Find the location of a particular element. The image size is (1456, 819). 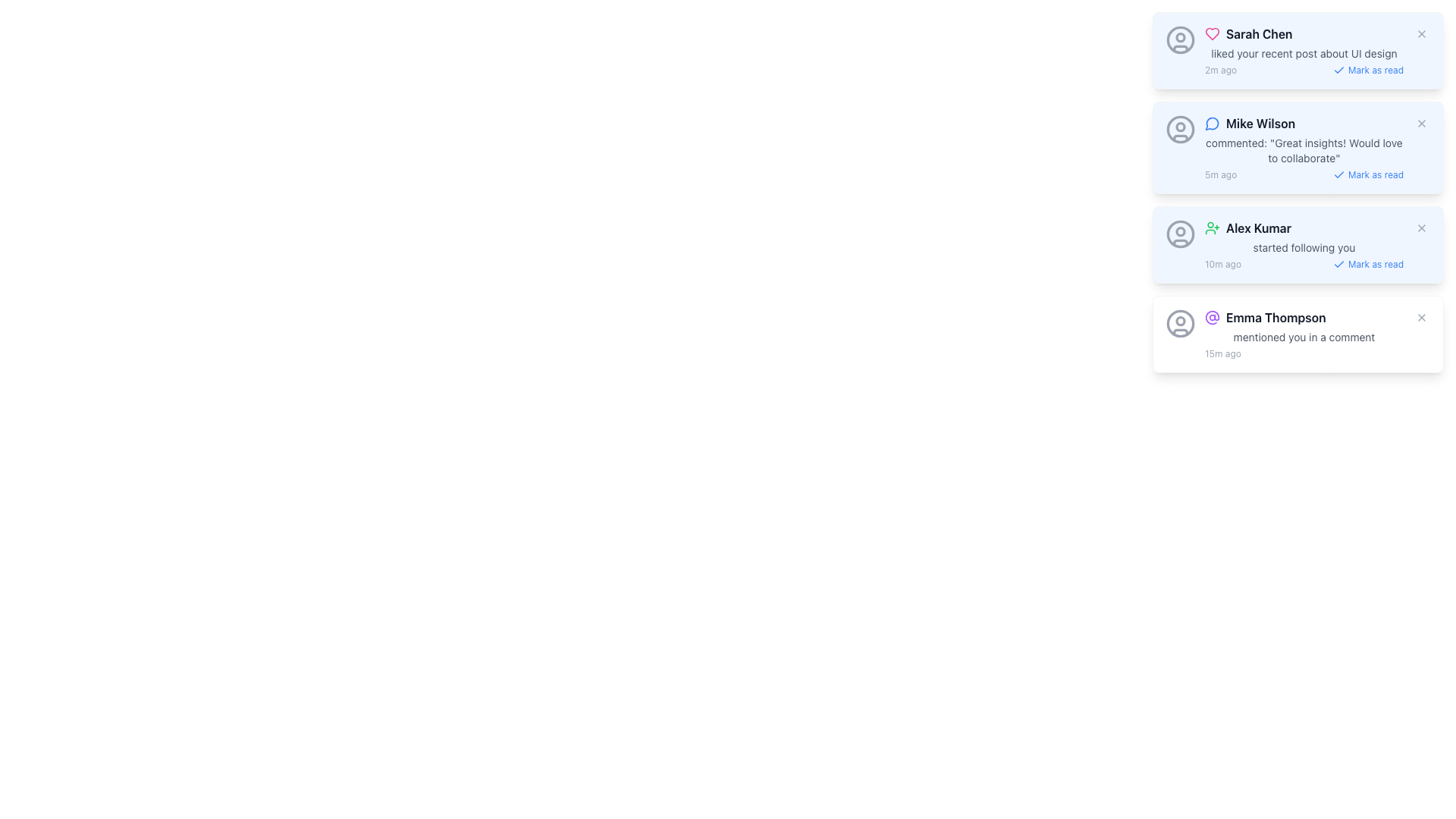

the heart-shaped notification icon related to 'Sarah Chen' that indicates she liked your recent post about UI design is located at coordinates (1211, 34).